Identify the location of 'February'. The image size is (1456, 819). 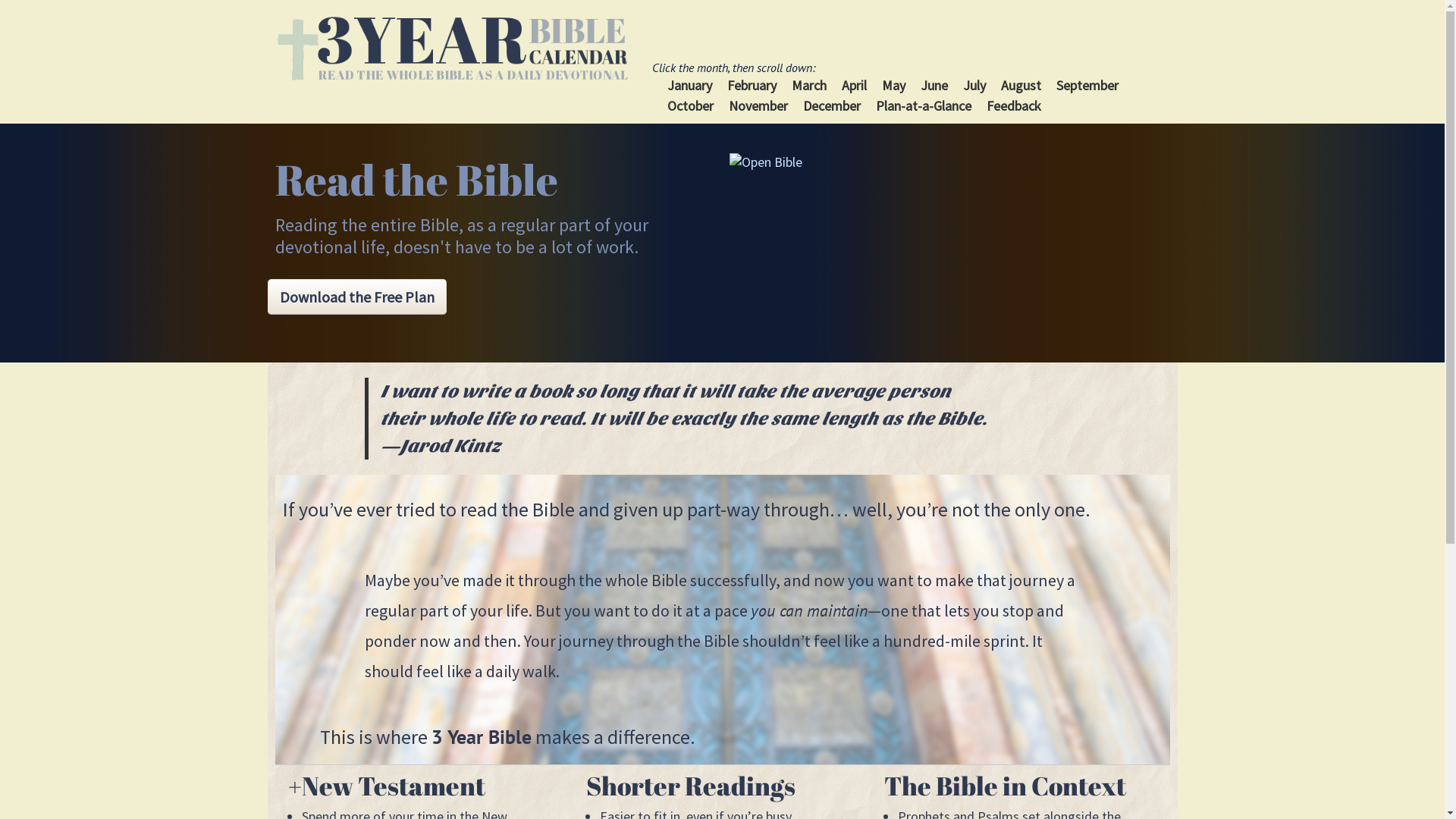
(726, 85).